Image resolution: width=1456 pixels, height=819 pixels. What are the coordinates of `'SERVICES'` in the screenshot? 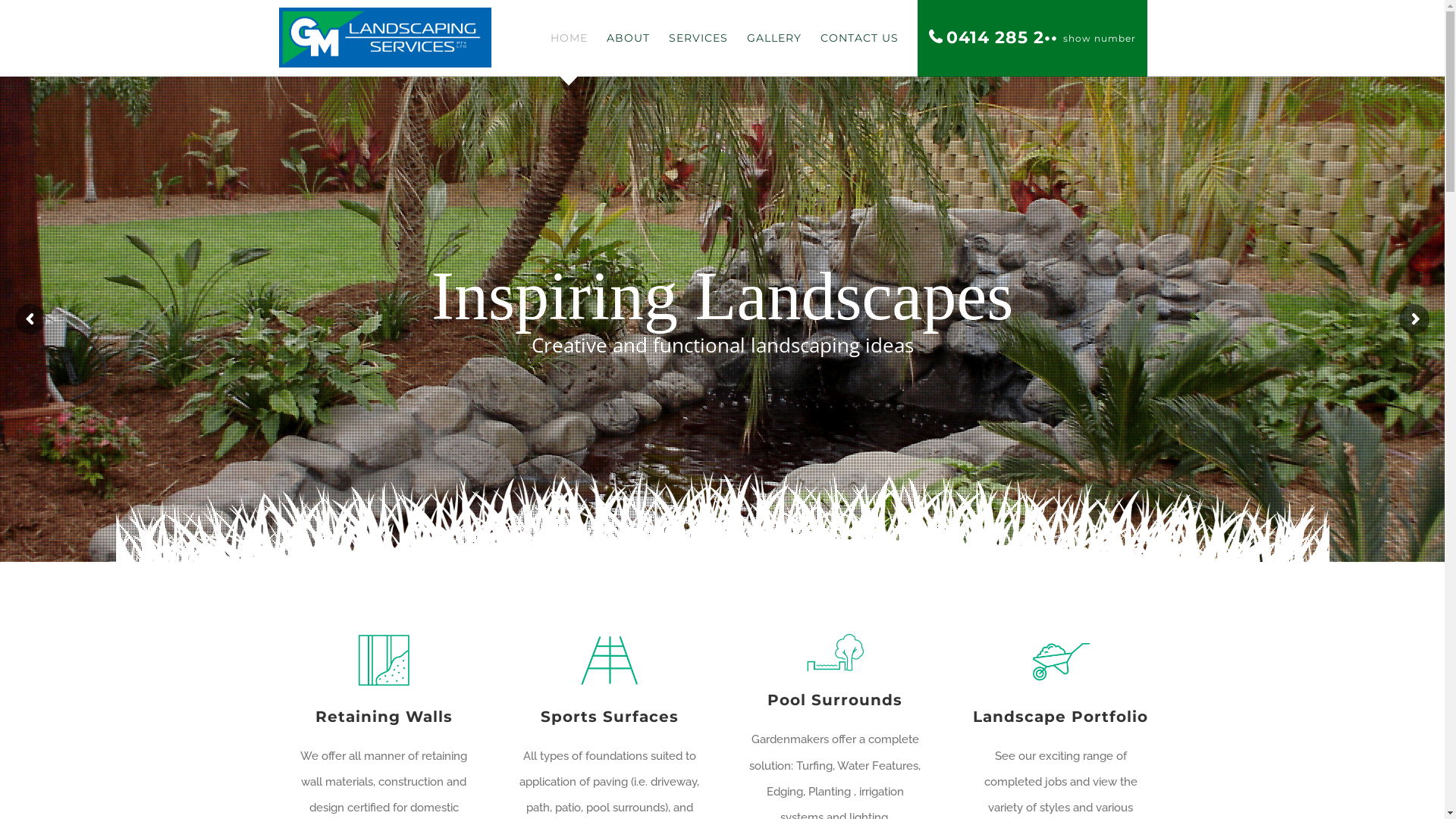 It's located at (698, 37).